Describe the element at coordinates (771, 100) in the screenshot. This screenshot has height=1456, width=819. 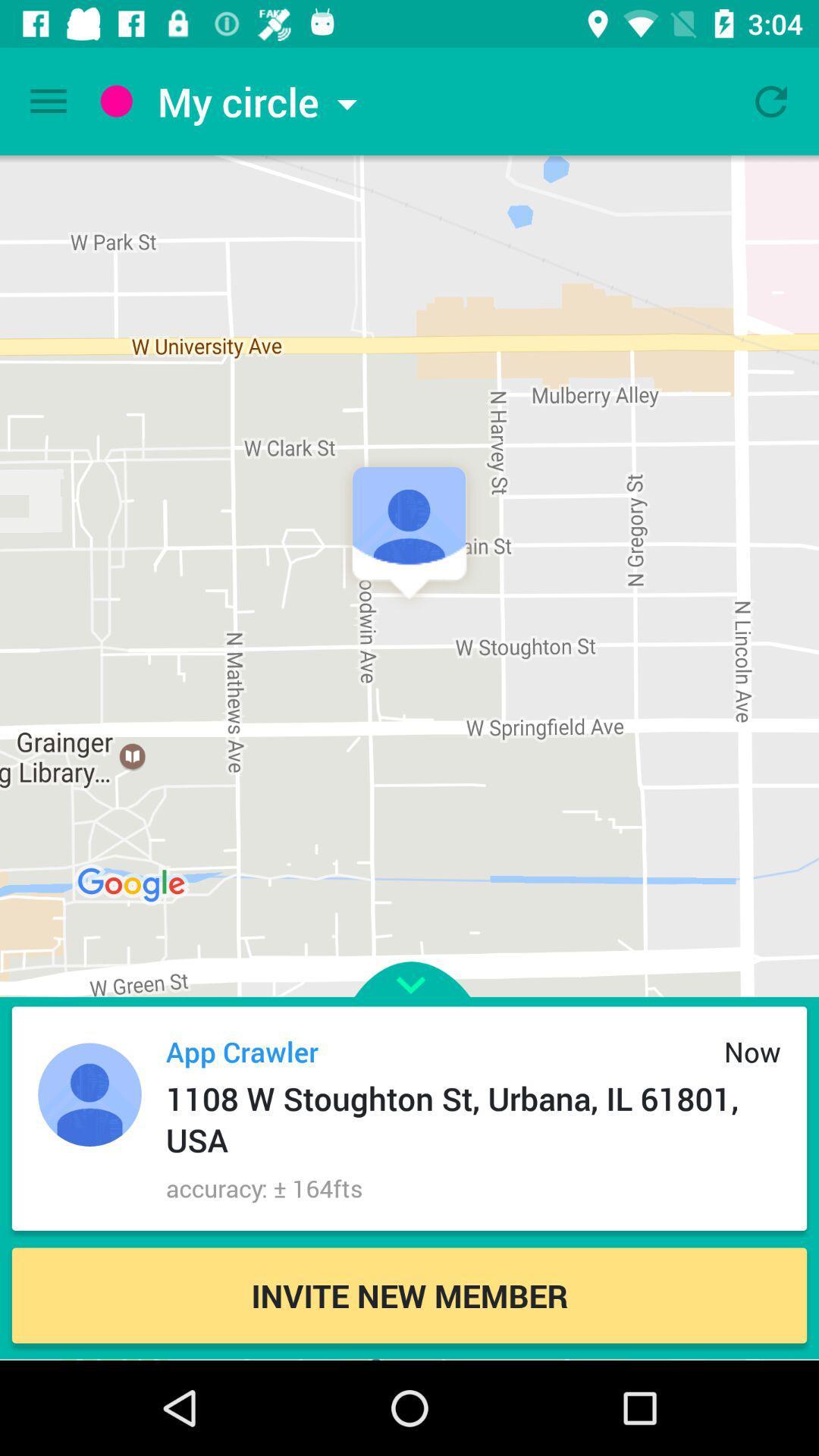
I see `rotate` at that location.